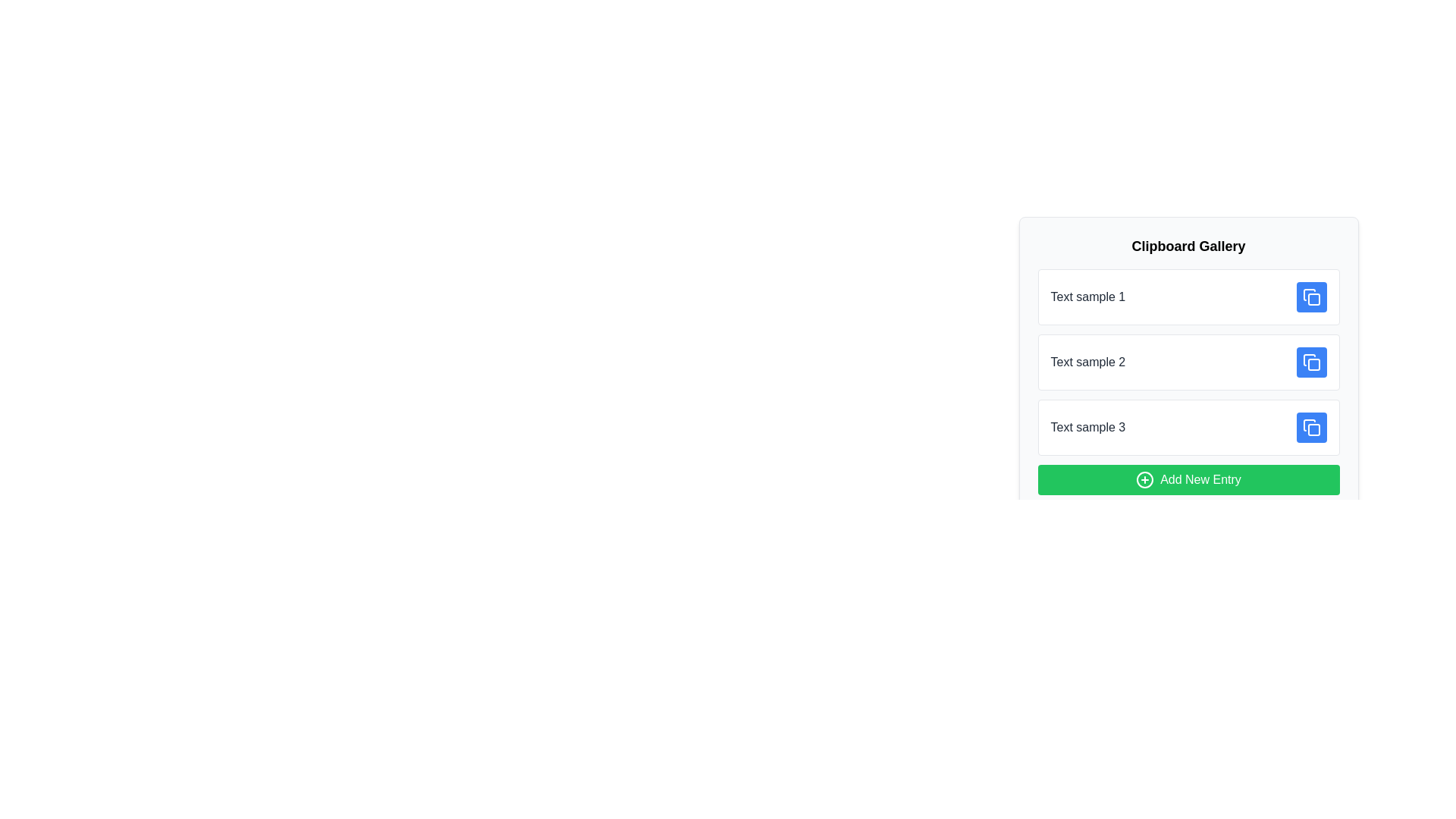 Image resolution: width=1456 pixels, height=819 pixels. I want to click on the action button located at the bottom of the 'Clipboard Gallery' panel, so click(1188, 479).